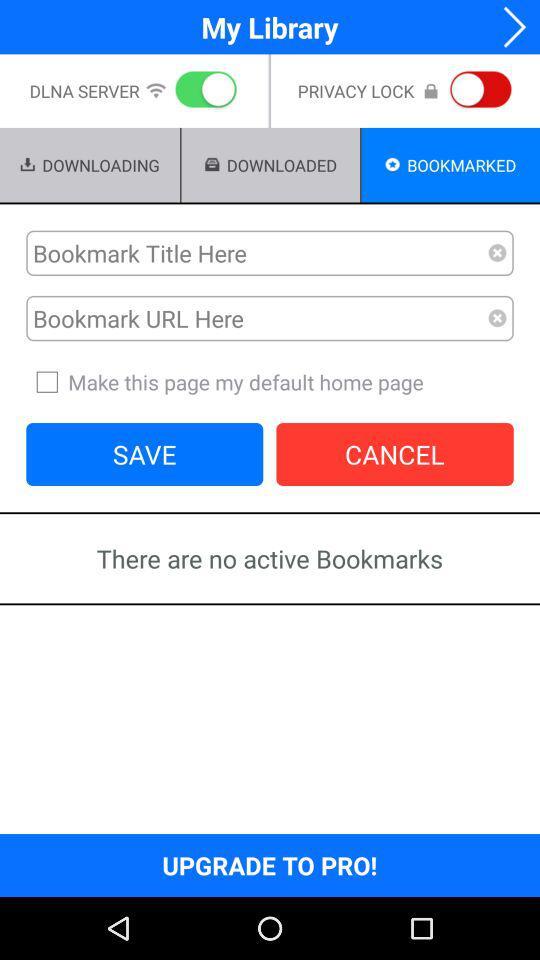  I want to click on bookmark in word, so click(257, 252).